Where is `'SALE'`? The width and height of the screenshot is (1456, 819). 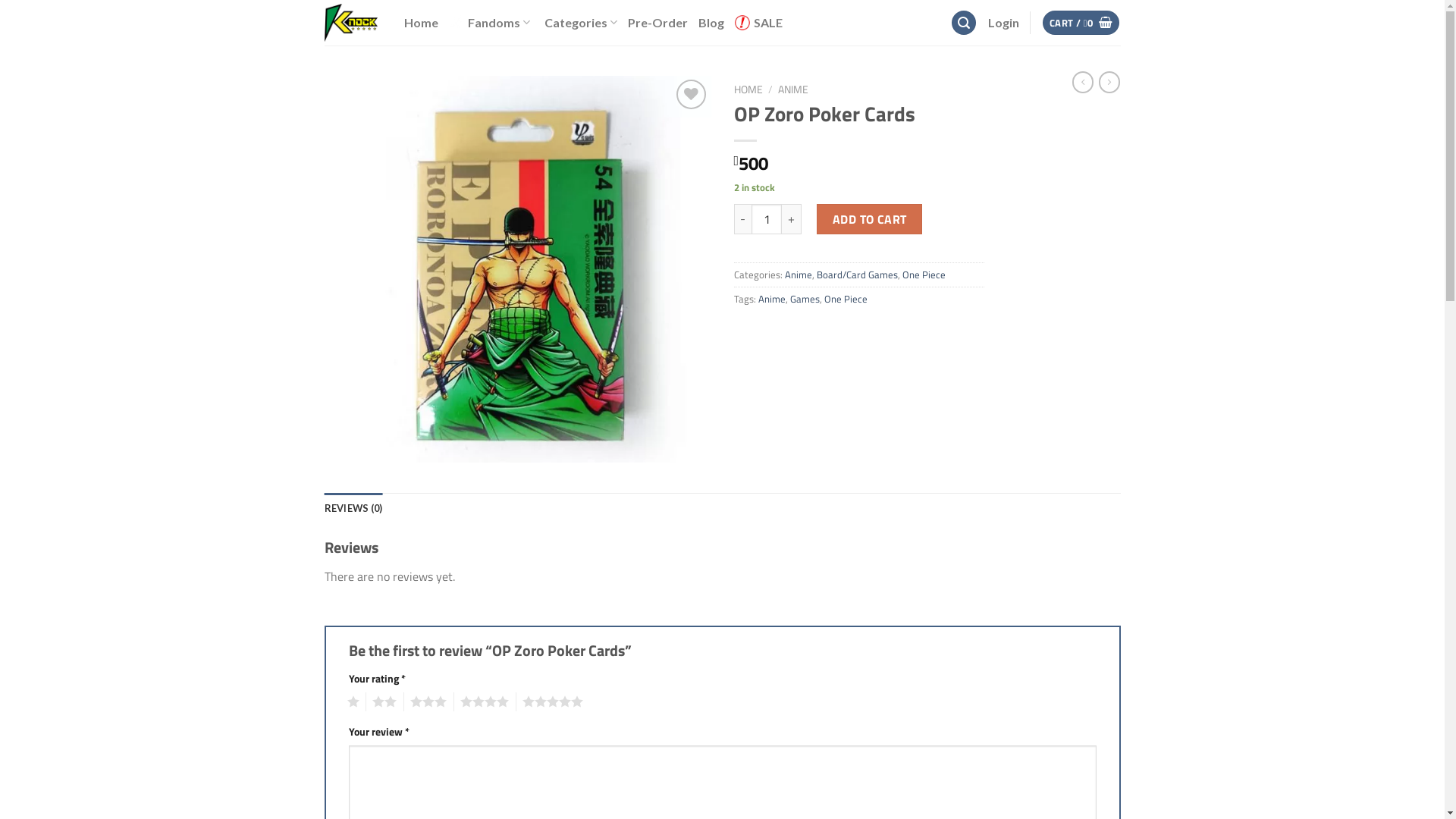 'SALE' is located at coordinates (758, 23).